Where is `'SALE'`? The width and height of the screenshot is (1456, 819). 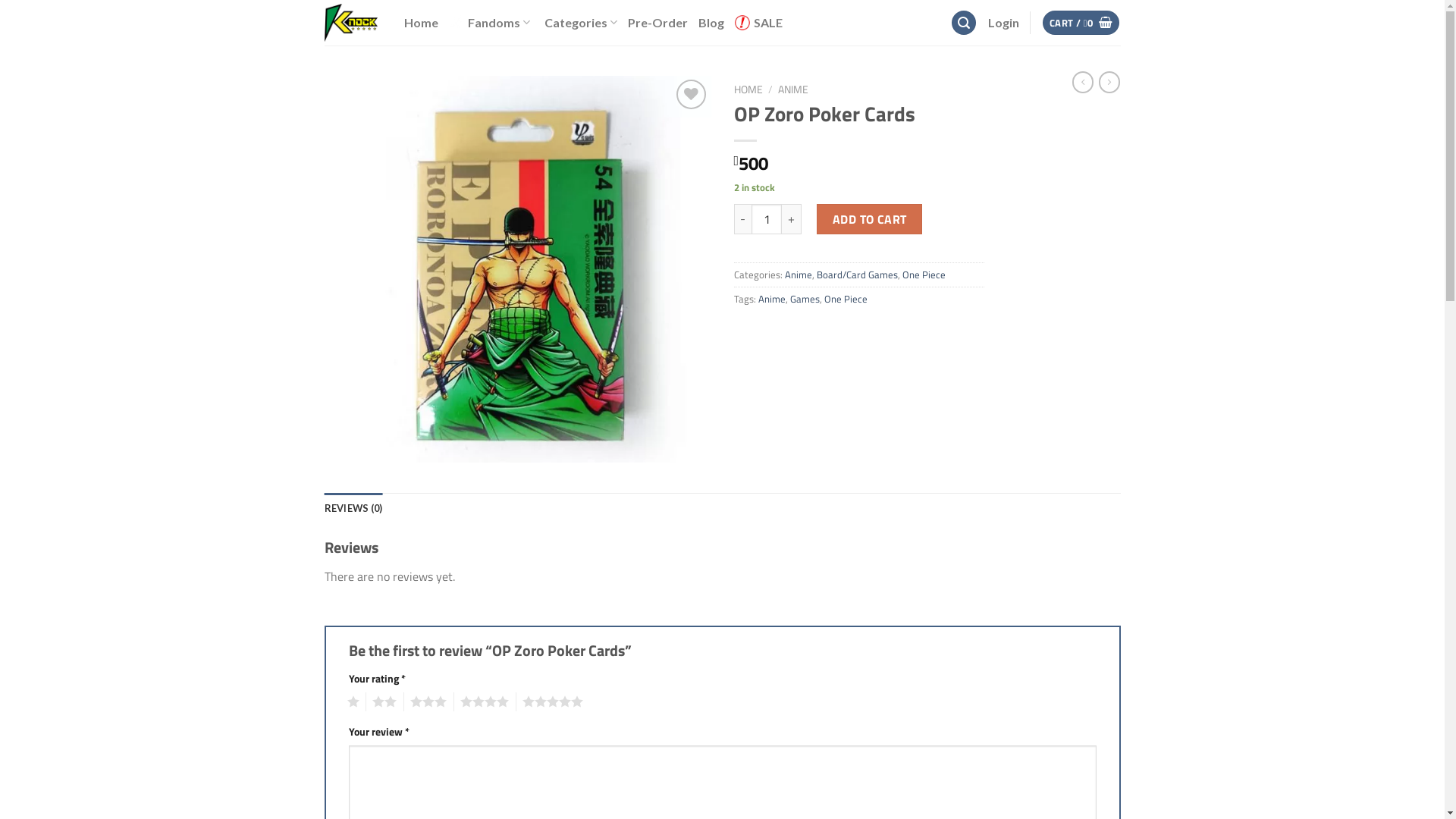 'SALE' is located at coordinates (758, 23).